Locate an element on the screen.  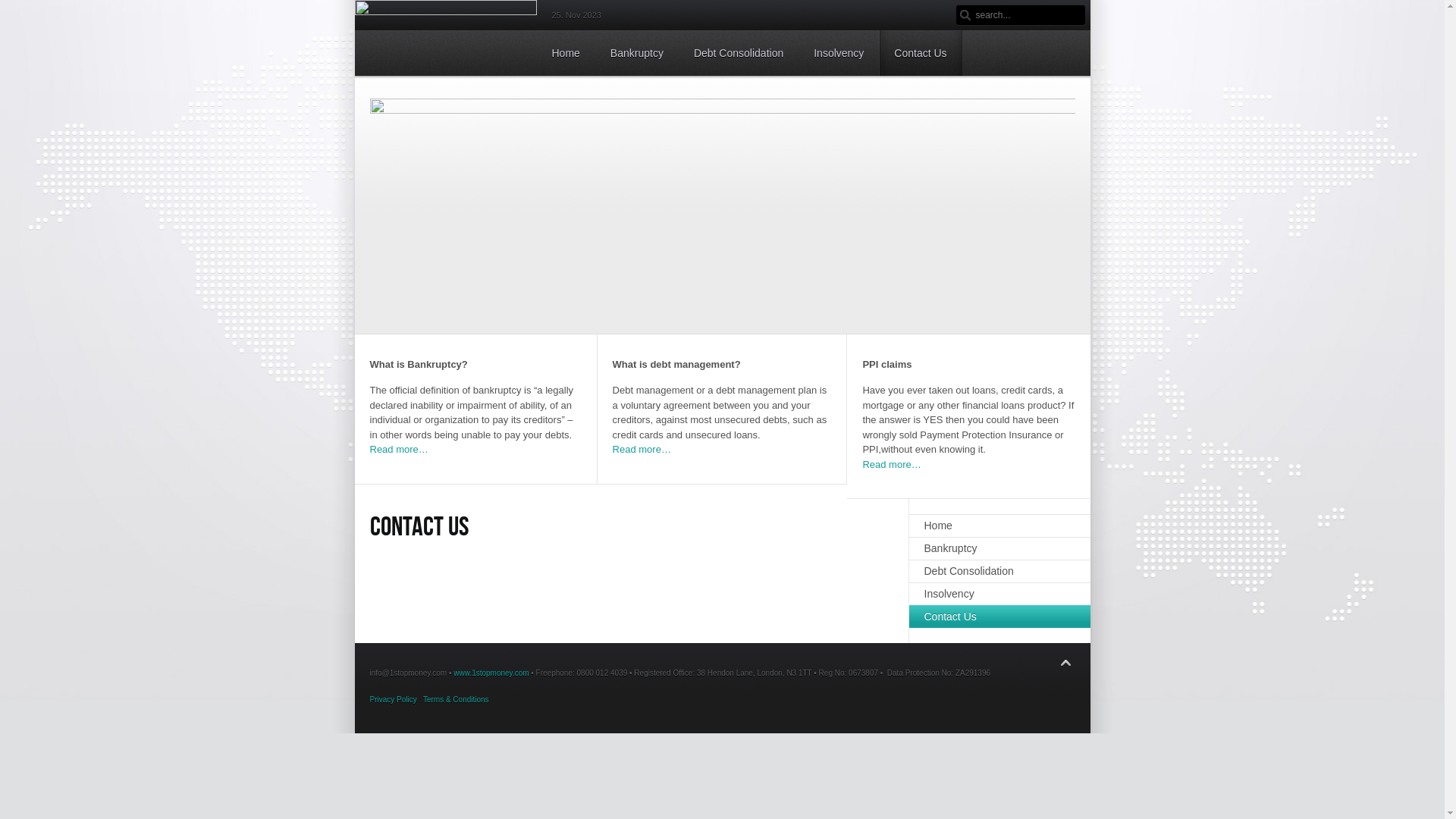
'Insolvency' is located at coordinates (908, 593).